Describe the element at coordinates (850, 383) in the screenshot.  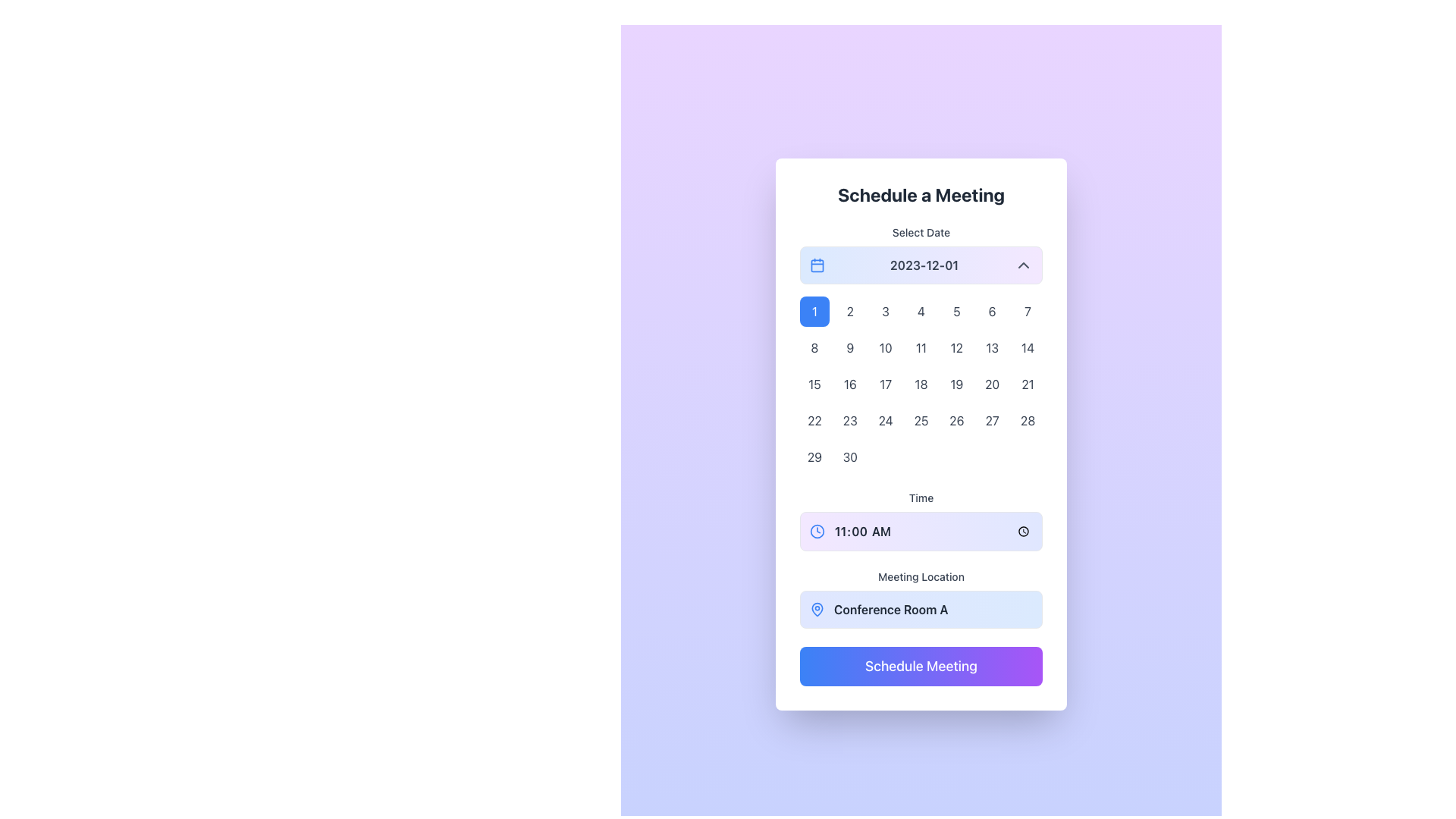
I see `the button displaying the number '16' in the calendar layout` at that location.